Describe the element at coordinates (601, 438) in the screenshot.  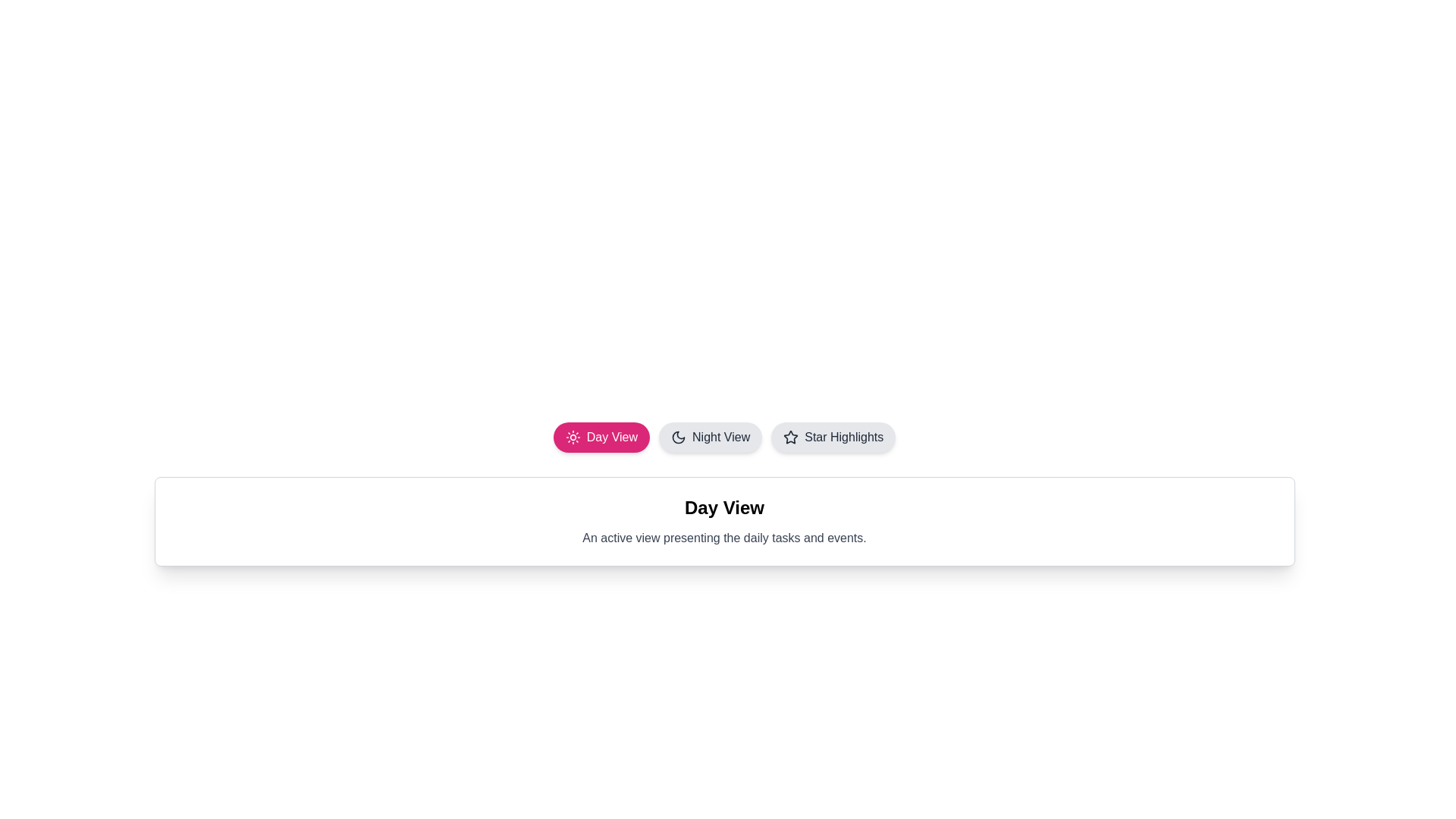
I see `the tab corresponding to Day View to change the active view` at that location.